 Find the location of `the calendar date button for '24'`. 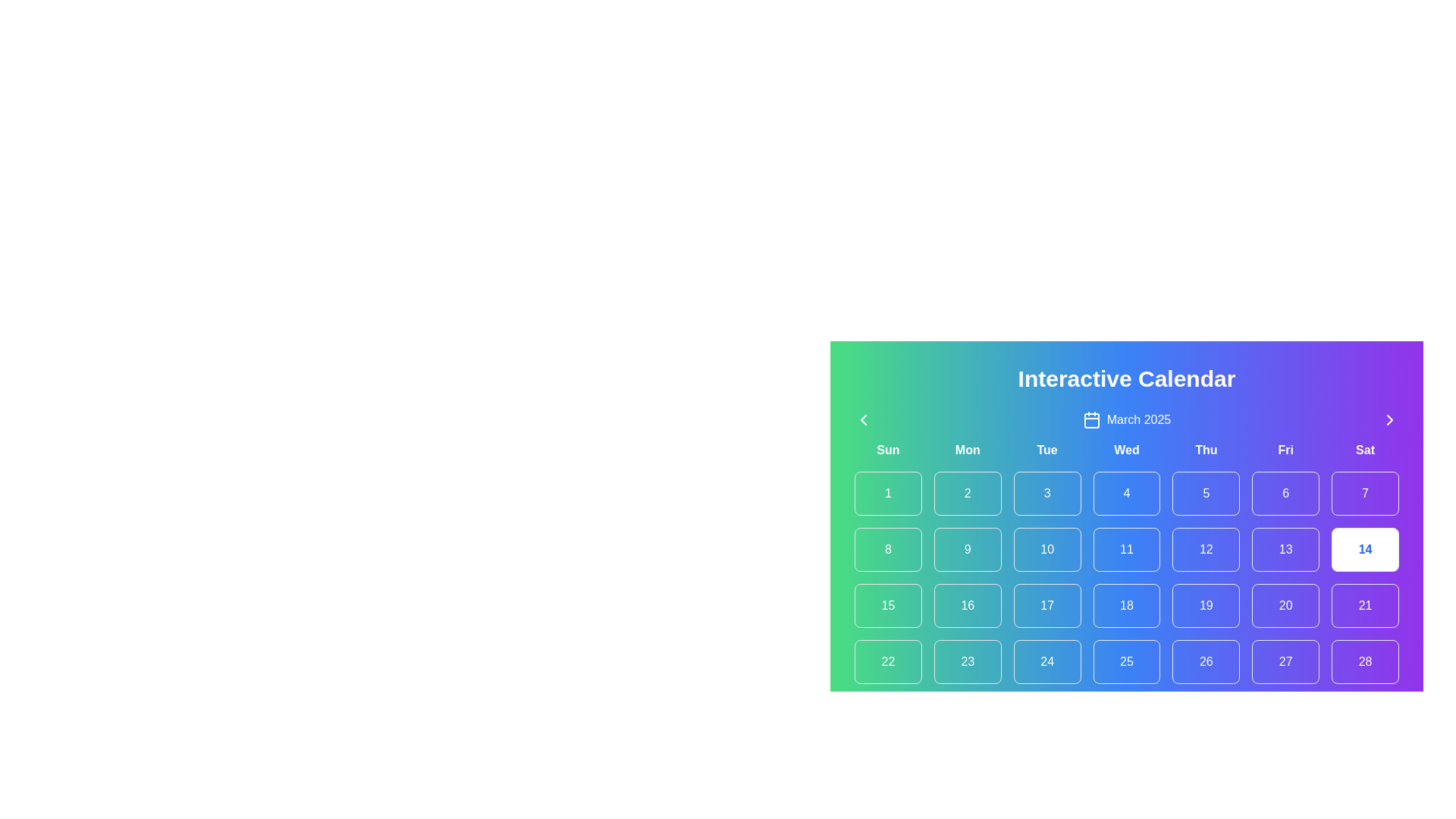

the calendar date button for '24' is located at coordinates (1046, 661).